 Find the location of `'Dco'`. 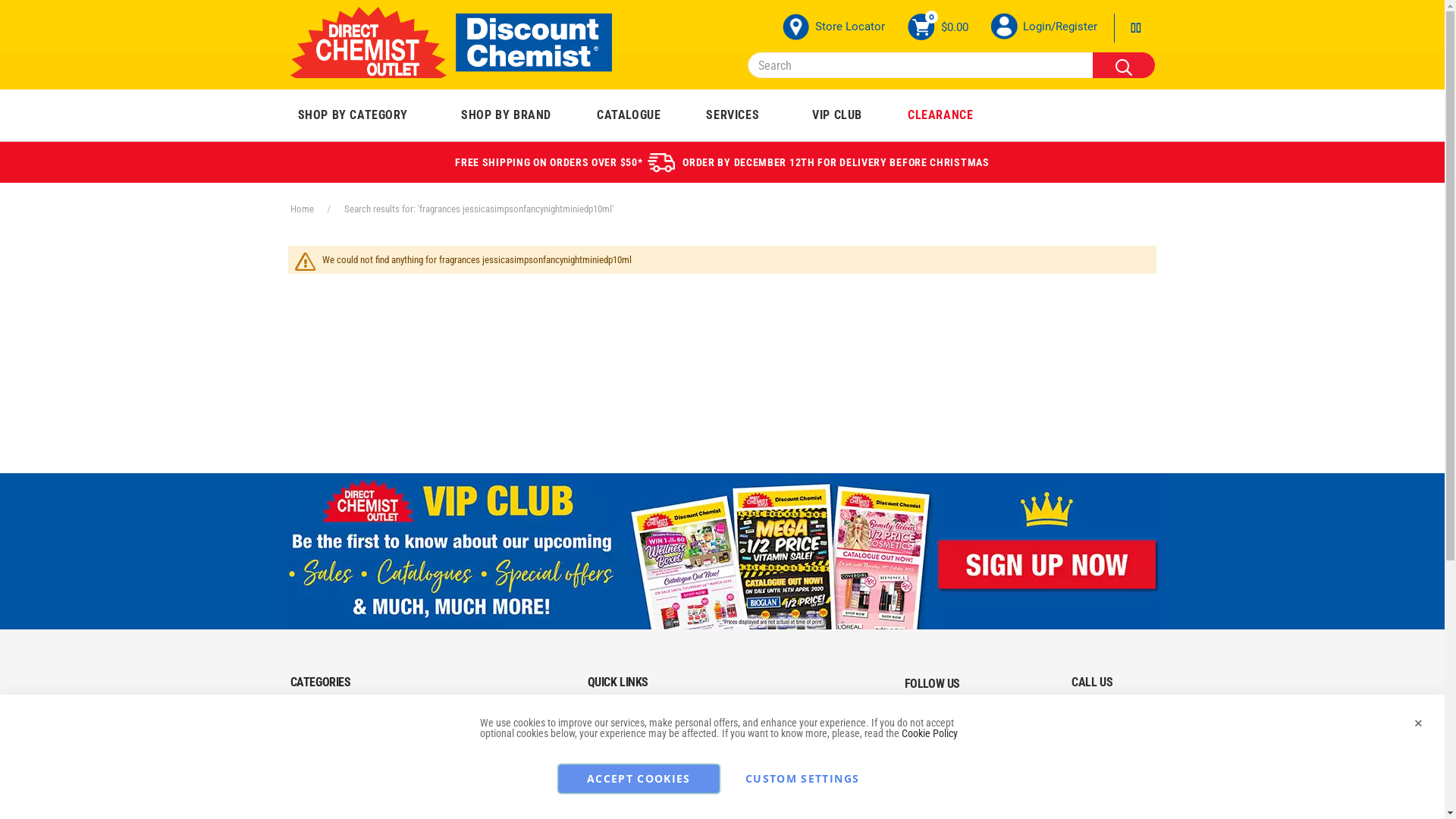

'Dco' is located at coordinates (450, 42).